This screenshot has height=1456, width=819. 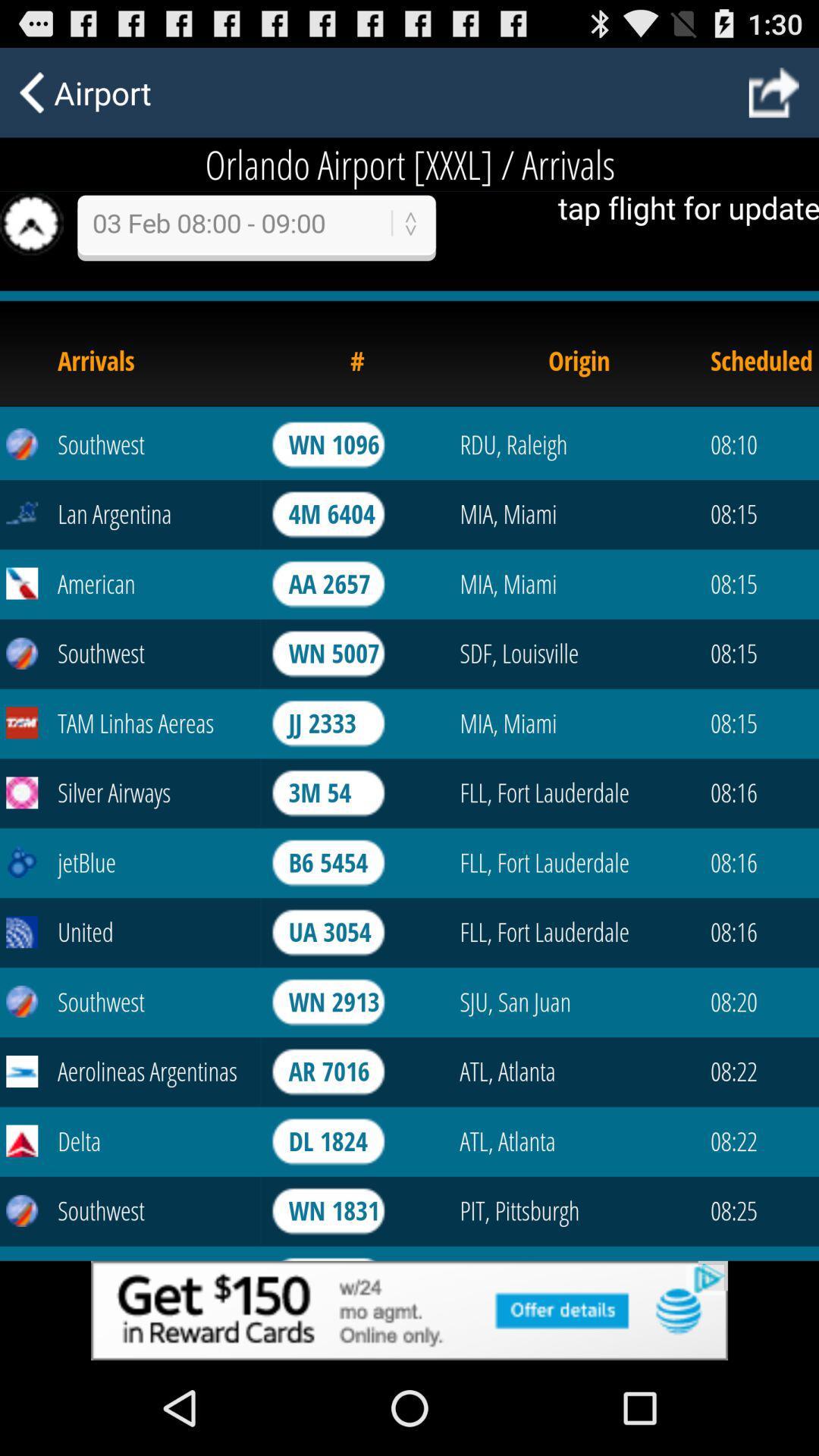 What do you see at coordinates (773, 92) in the screenshot?
I see `go back` at bounding box center [773, 92].